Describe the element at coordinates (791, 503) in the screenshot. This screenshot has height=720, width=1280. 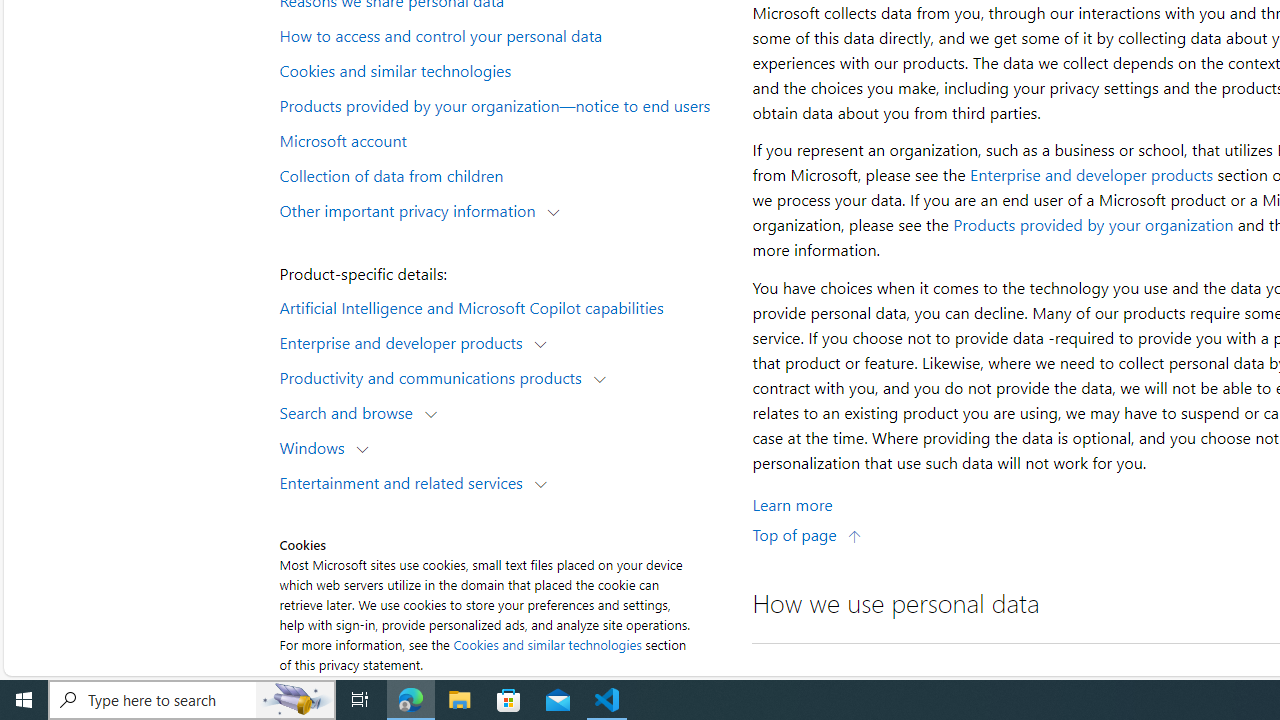
I see `'Learn More about Personal data we collect'` at that location.